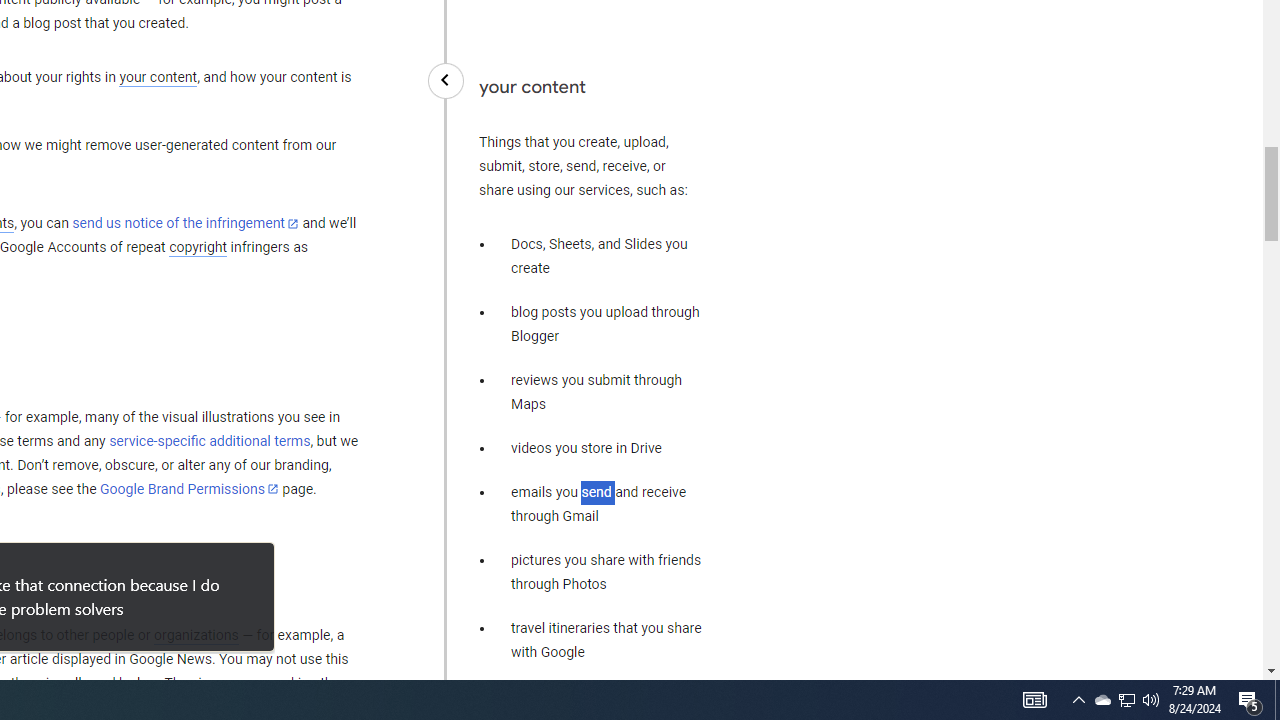  What do you see at coordinates (185, 224) in the screenshot?
I see `'send us notice of the infringement'` at bounding box center [185, 224].